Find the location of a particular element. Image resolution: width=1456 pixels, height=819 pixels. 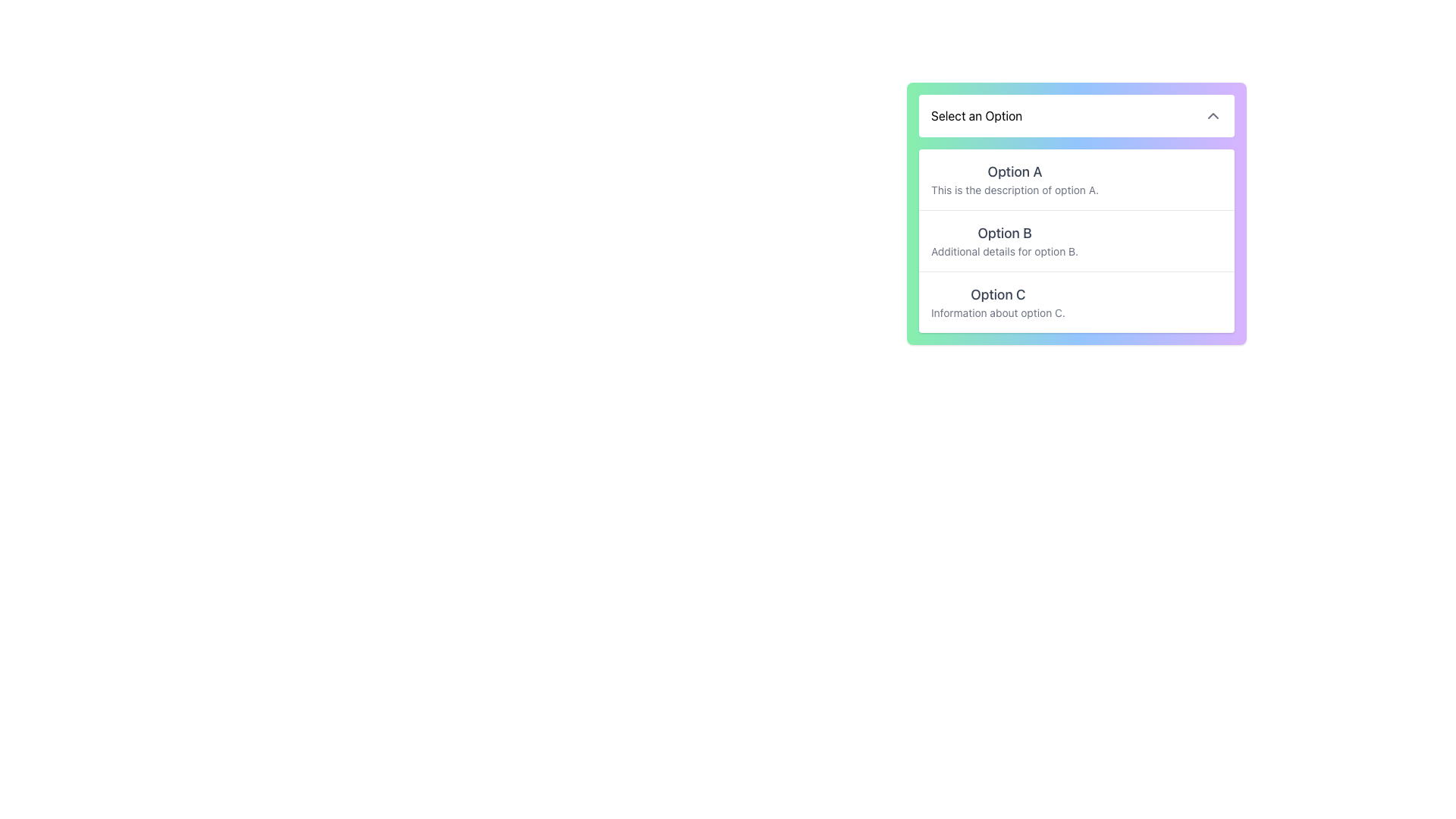

the text block labeled 'Option B' is located at coordinates (1004, 240).